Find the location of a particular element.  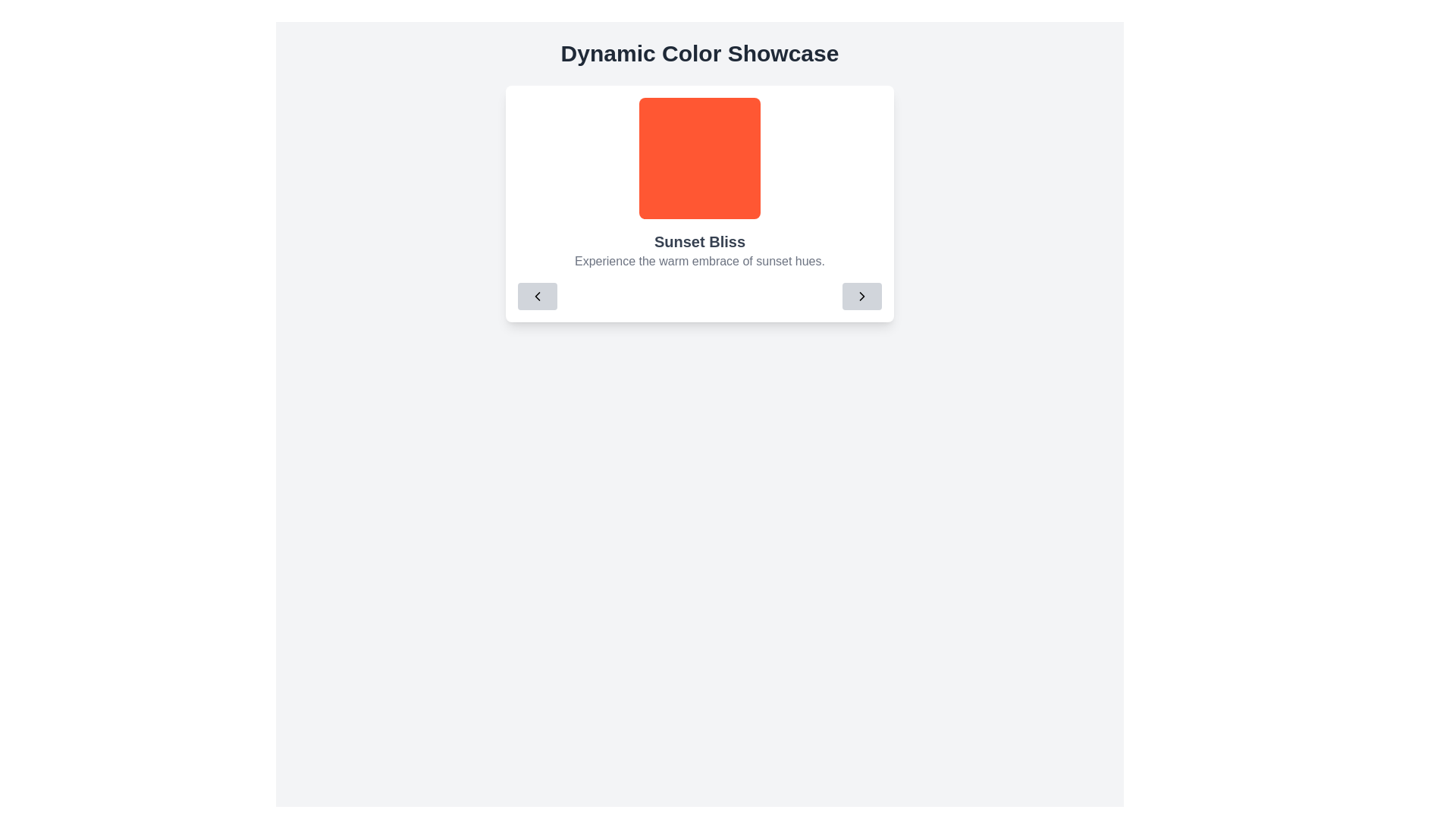

the Decorative box centered within the white card titled 'Sunset Bliss', which showcases color and highlights the card's content is located at coordinates (698, 158).